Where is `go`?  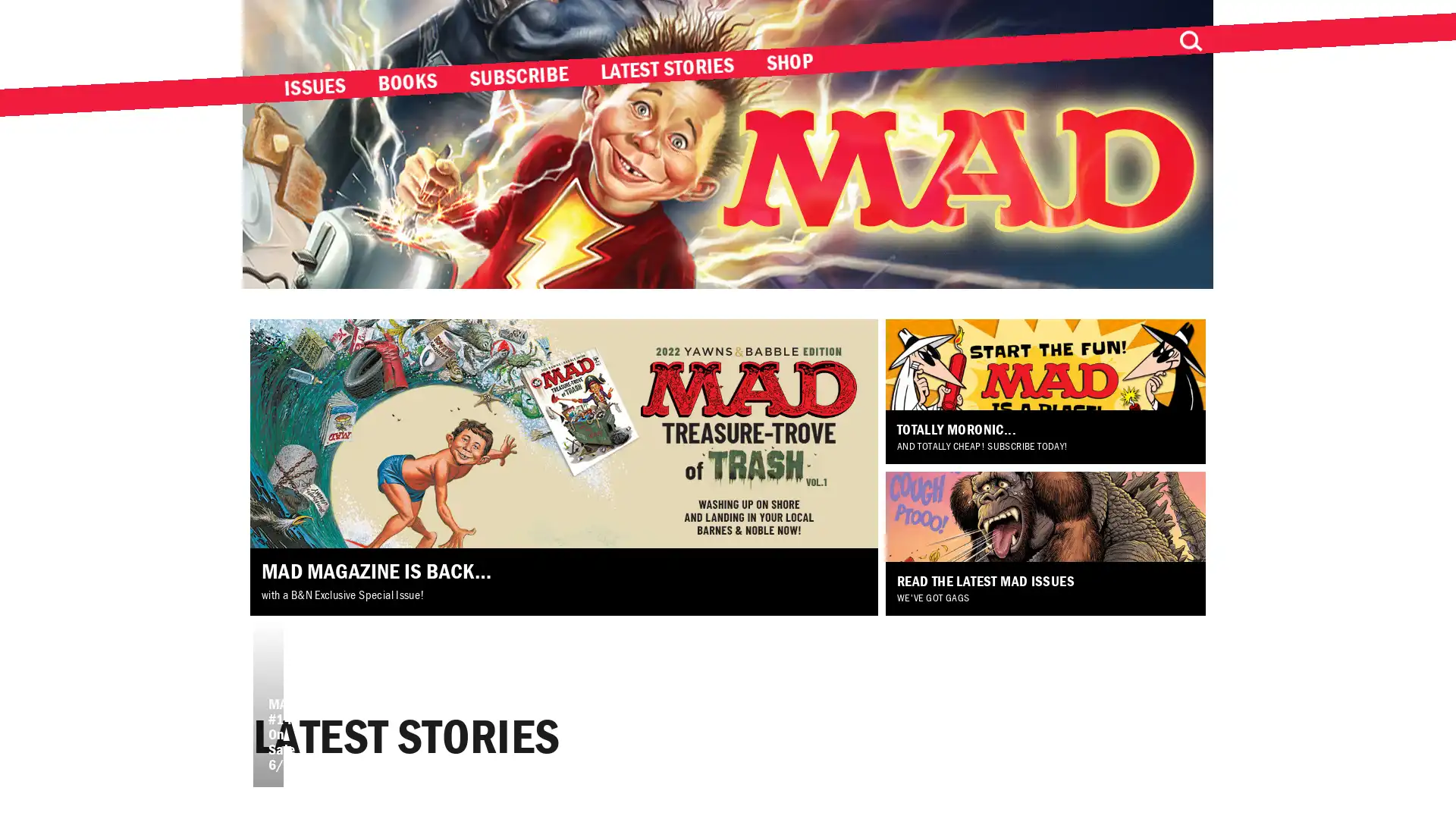
go is located at coordinates (1189, 40).